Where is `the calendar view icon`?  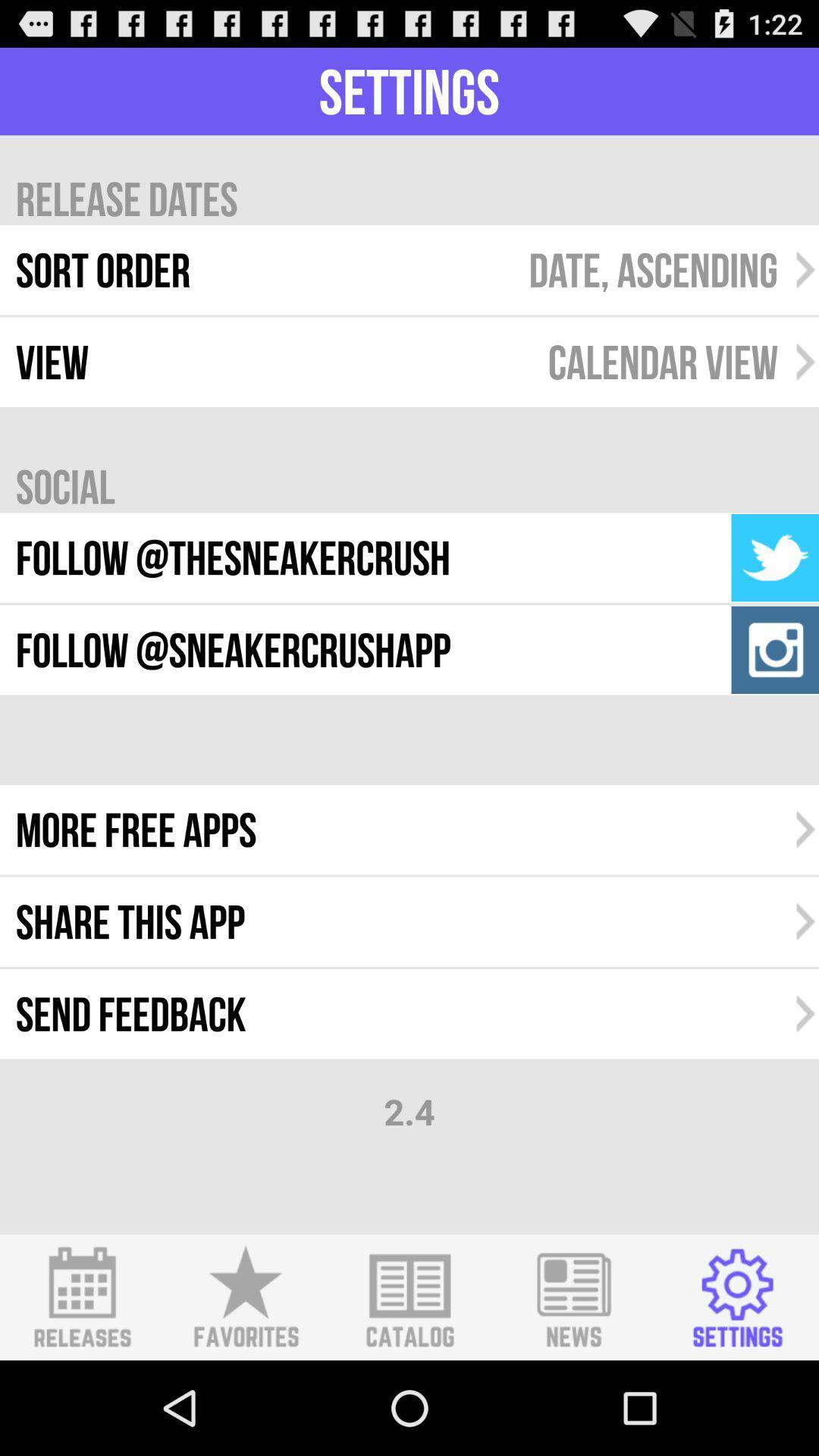
the calendar view icon is located at coordinates (662, 361).